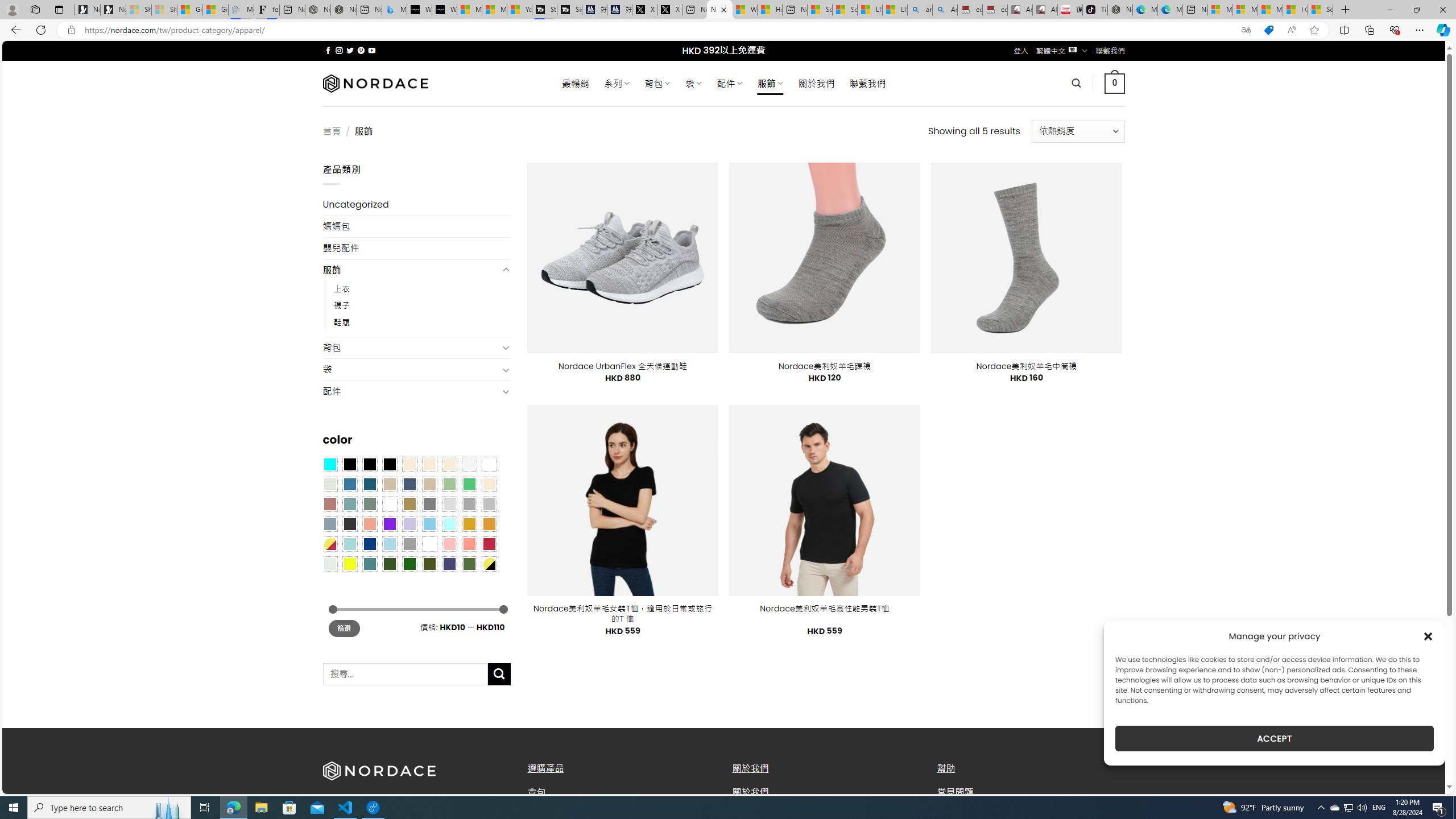 The width and height of the screenshot is (1456, 819). I want to click on 'Amazon Echo Dot PNG - Search Images', so click(944, 9).